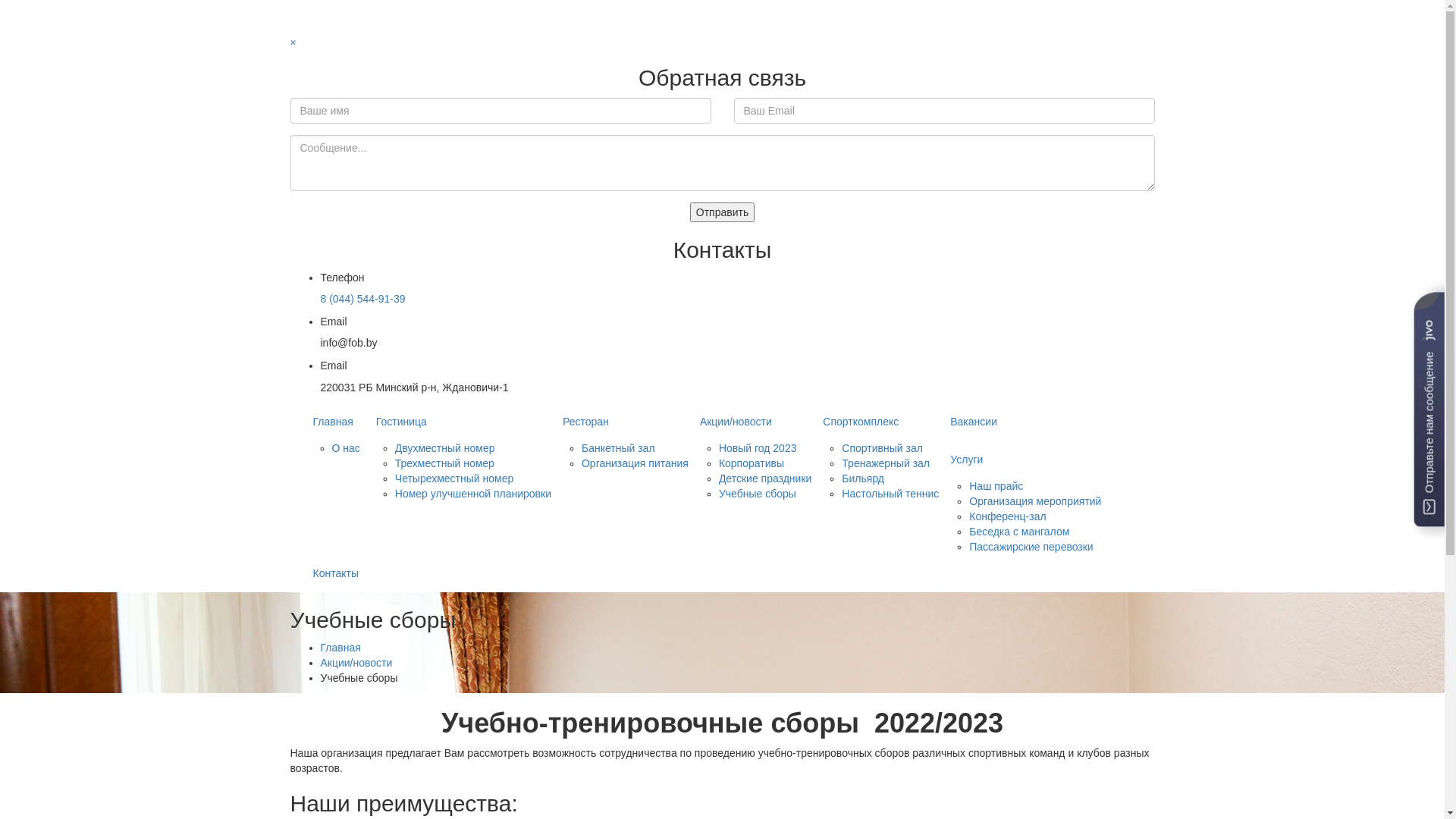 This screenshot has height=819, width=1456. Describe the element at coordinates (344, 25) in the screenshot. I see `'+375 (44) 501-65-23'` at that location.